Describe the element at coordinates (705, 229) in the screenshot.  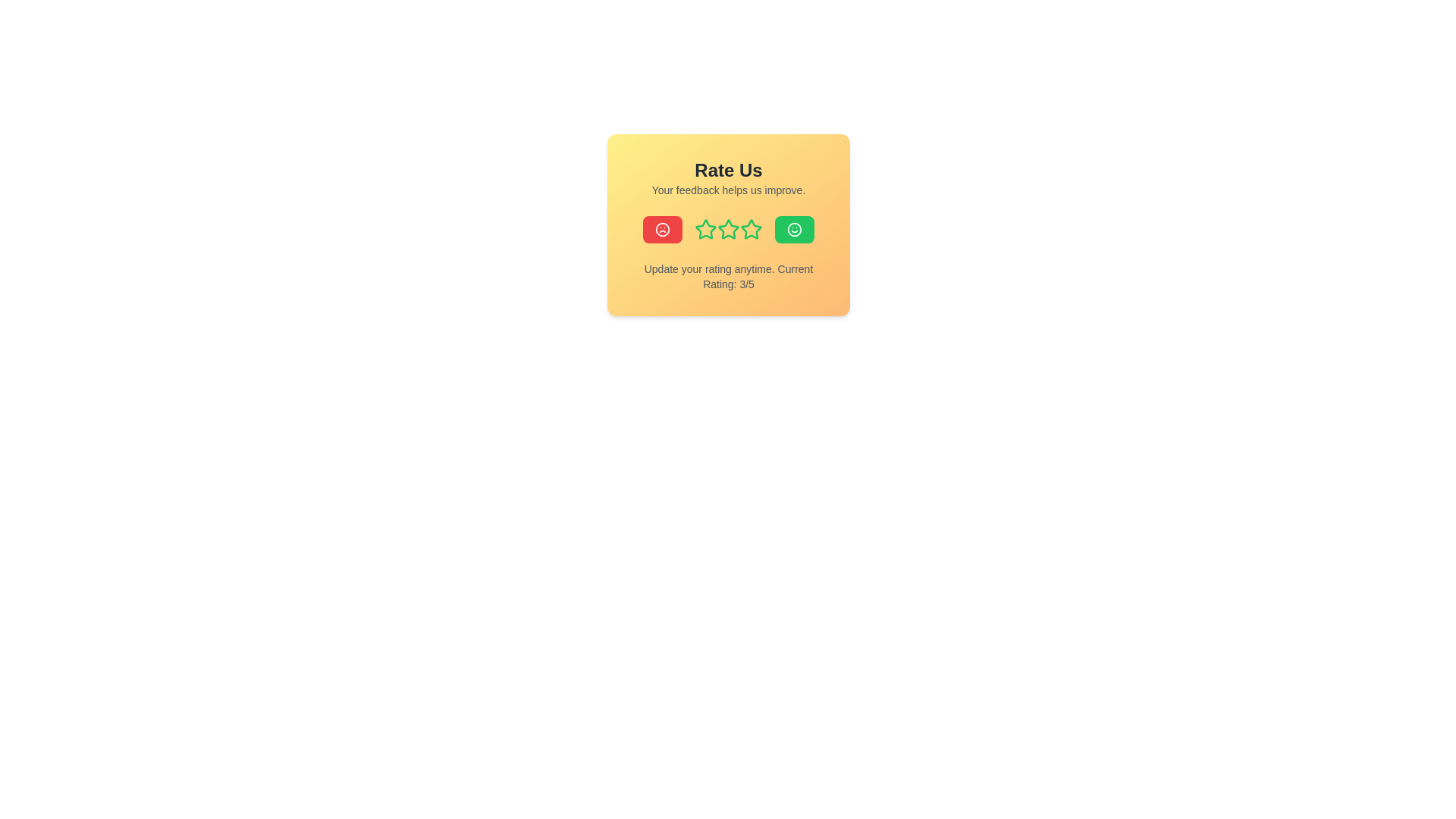
I see `the third star icon in the rating system` at that location.